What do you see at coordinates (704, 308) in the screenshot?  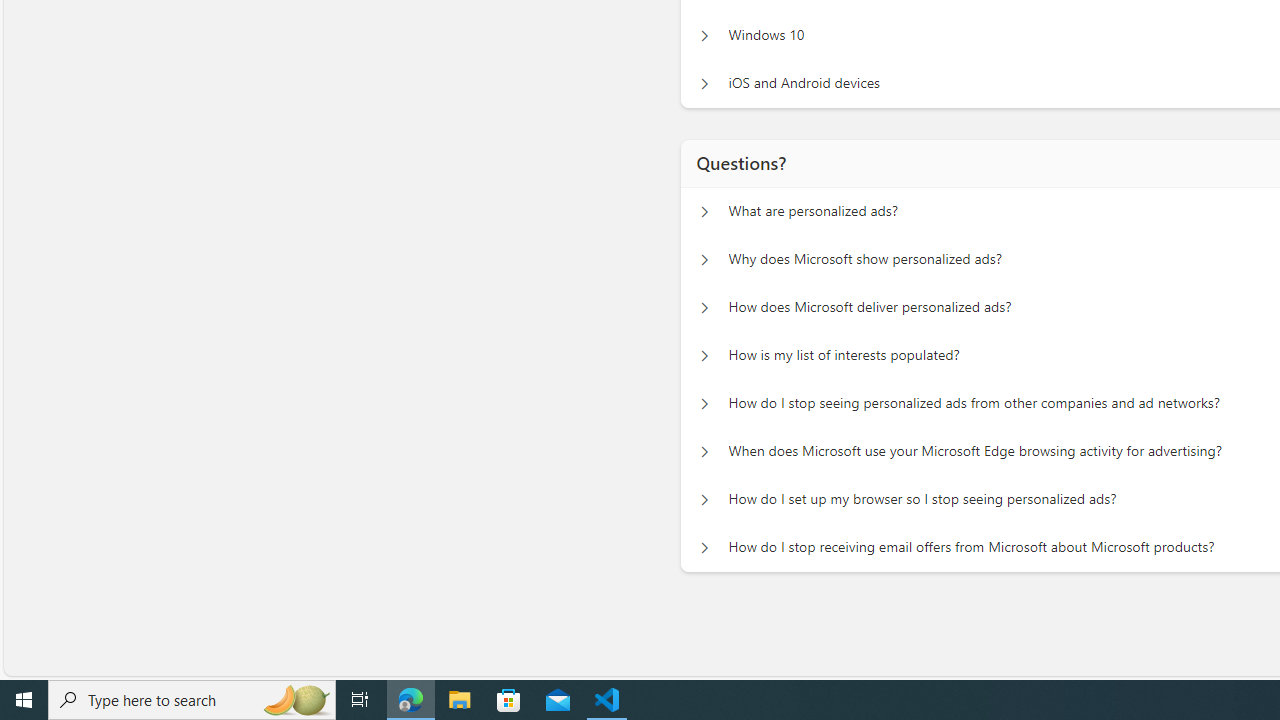 I see `'Questions? How does Microsoft deliver personalized ads?'` at bounding box center [704, 308].